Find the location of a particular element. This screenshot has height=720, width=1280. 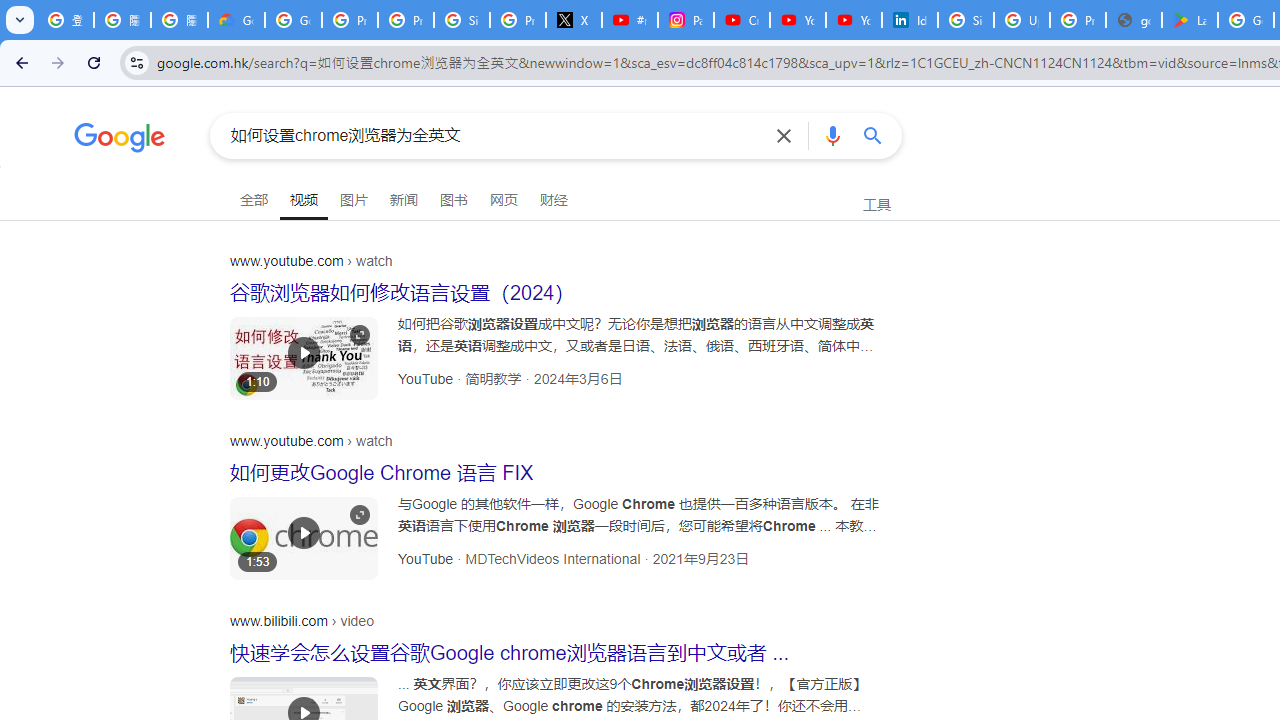

'Last Shelter: Survival - Apps on Google Play' is located at coordinates (1190, 20).